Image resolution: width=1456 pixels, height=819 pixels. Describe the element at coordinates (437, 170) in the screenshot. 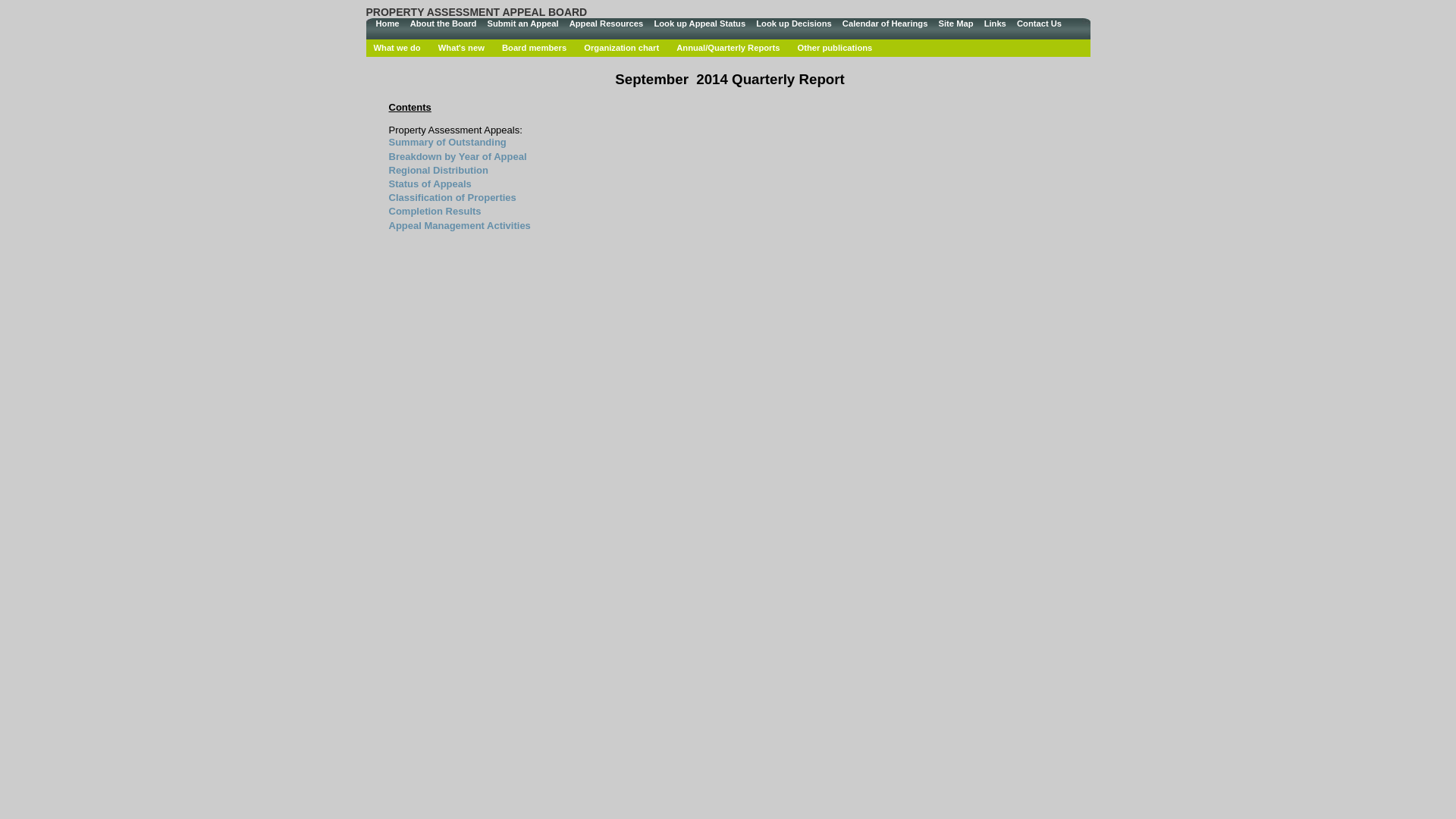

I see `'Regional Distribution'` at that location.